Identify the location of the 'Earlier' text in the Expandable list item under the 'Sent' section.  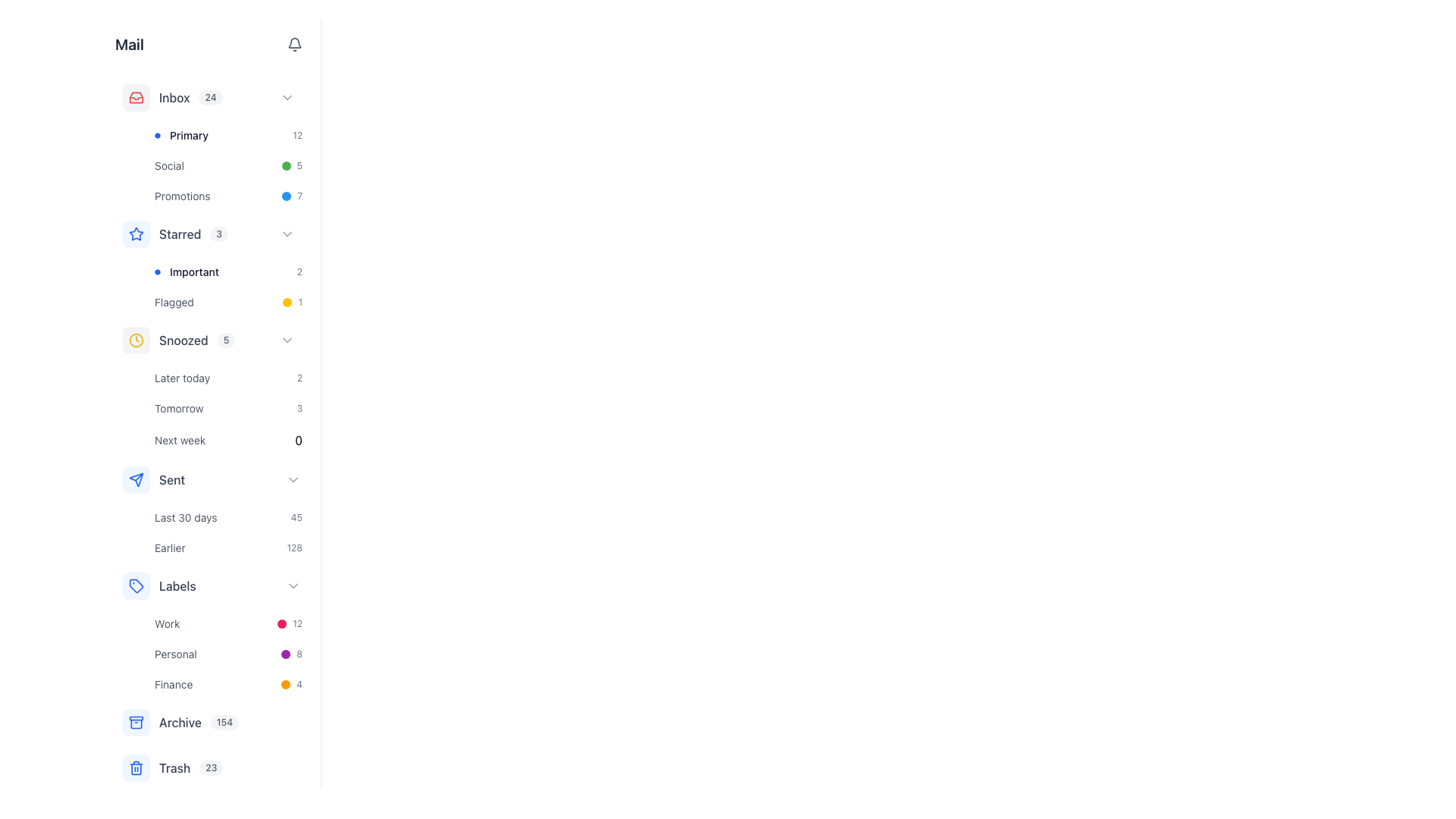
(211, 510).